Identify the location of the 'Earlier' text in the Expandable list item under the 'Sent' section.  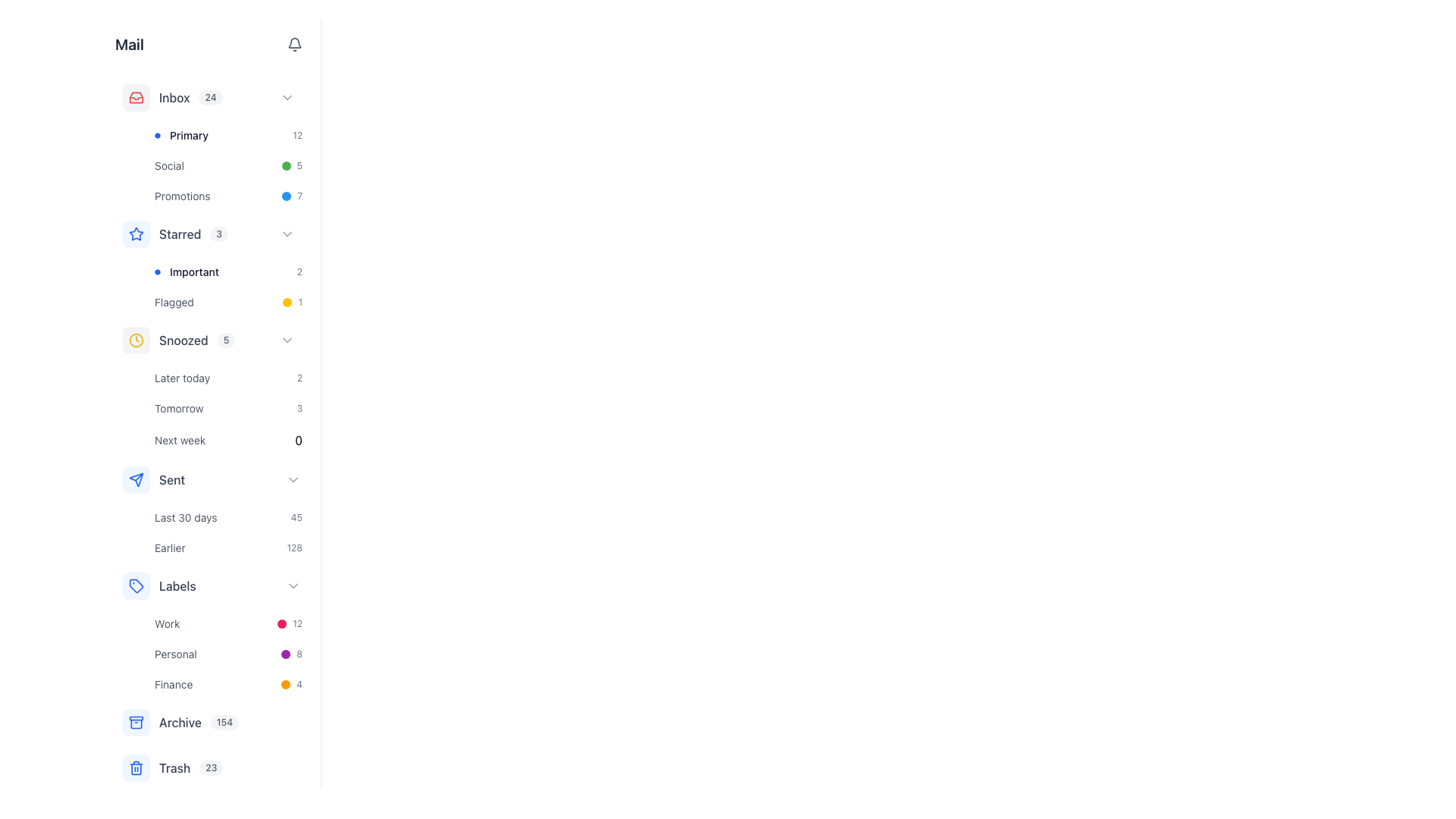
(211, 510).